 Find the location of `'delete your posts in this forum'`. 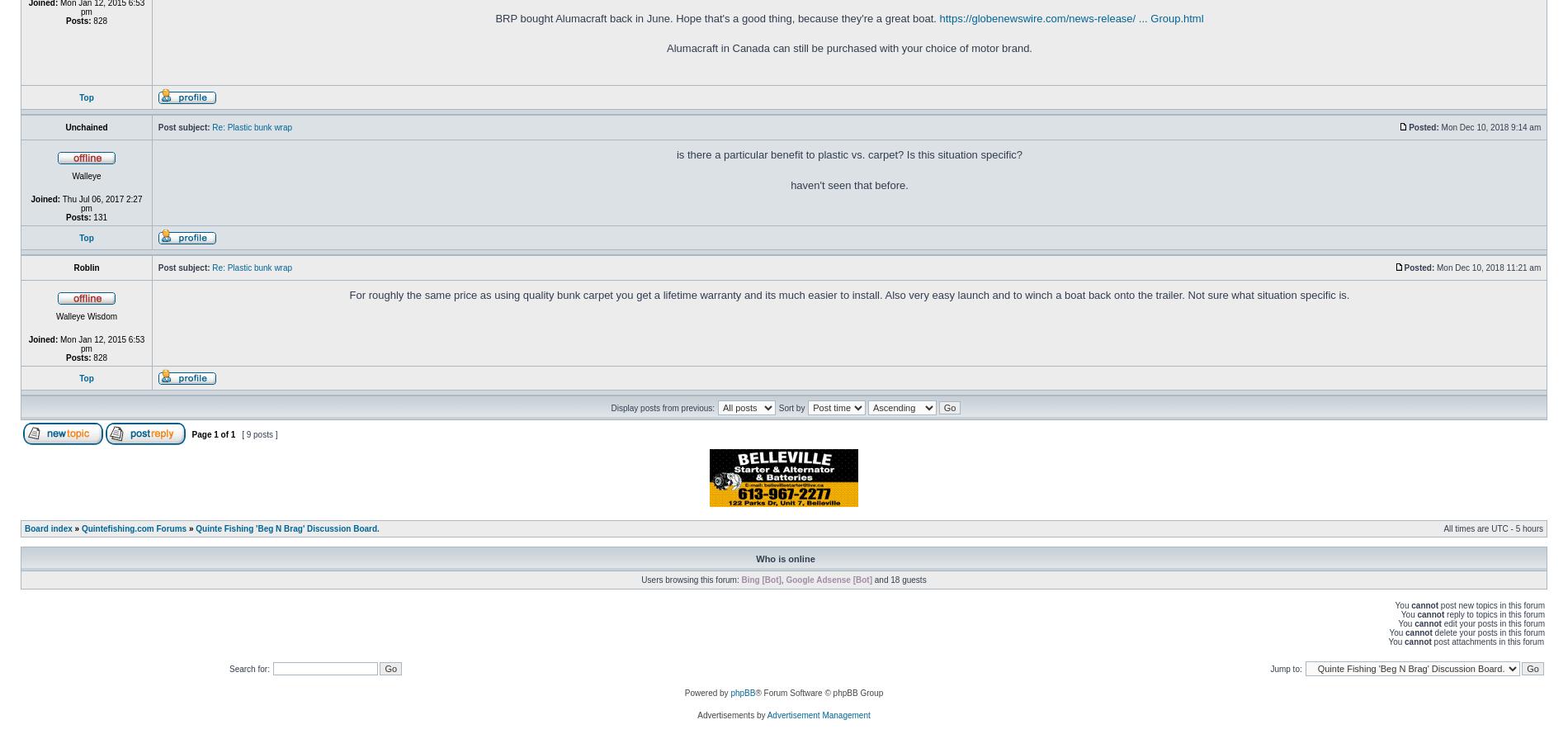

'delete your posts in this forum' is located at coordinates (1487, 632).